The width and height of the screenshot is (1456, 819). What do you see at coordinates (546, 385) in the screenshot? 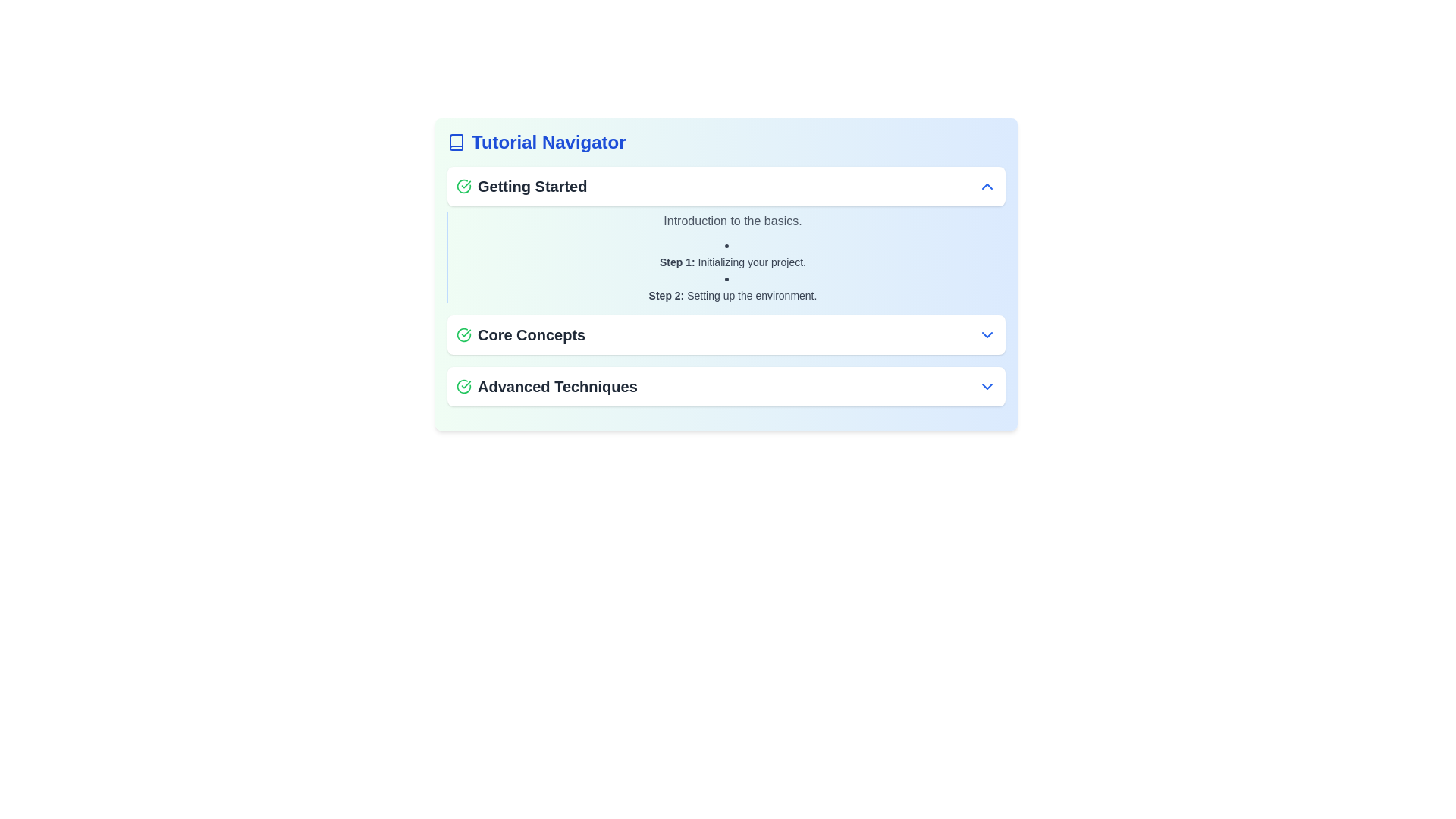
I see `the header text element indicating 'Advanced Techniques', which is positioned to the left of a blue downward arrow icon and adjacent to a green check mark icon` at bounding box center [546, 385].